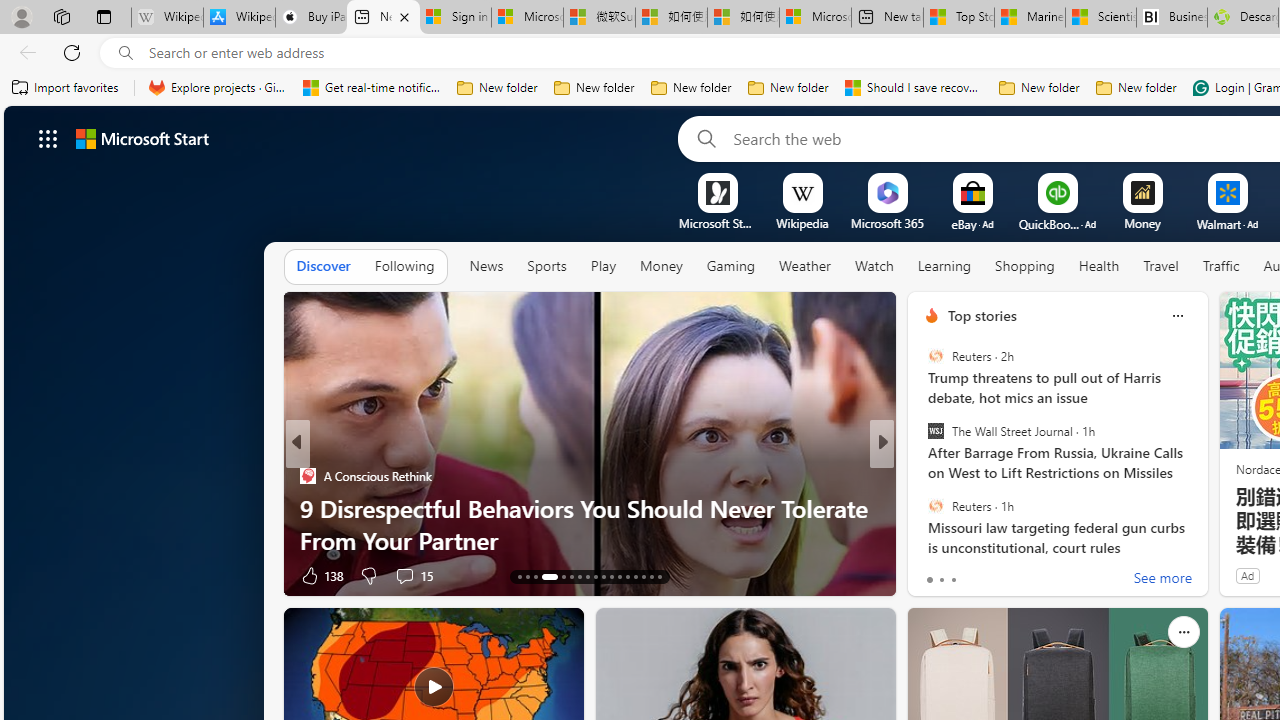 The image size is (1280, 720). Describe the element at coordinates (935, 575) in the screenshot. I see `'186 Like'` at that location.